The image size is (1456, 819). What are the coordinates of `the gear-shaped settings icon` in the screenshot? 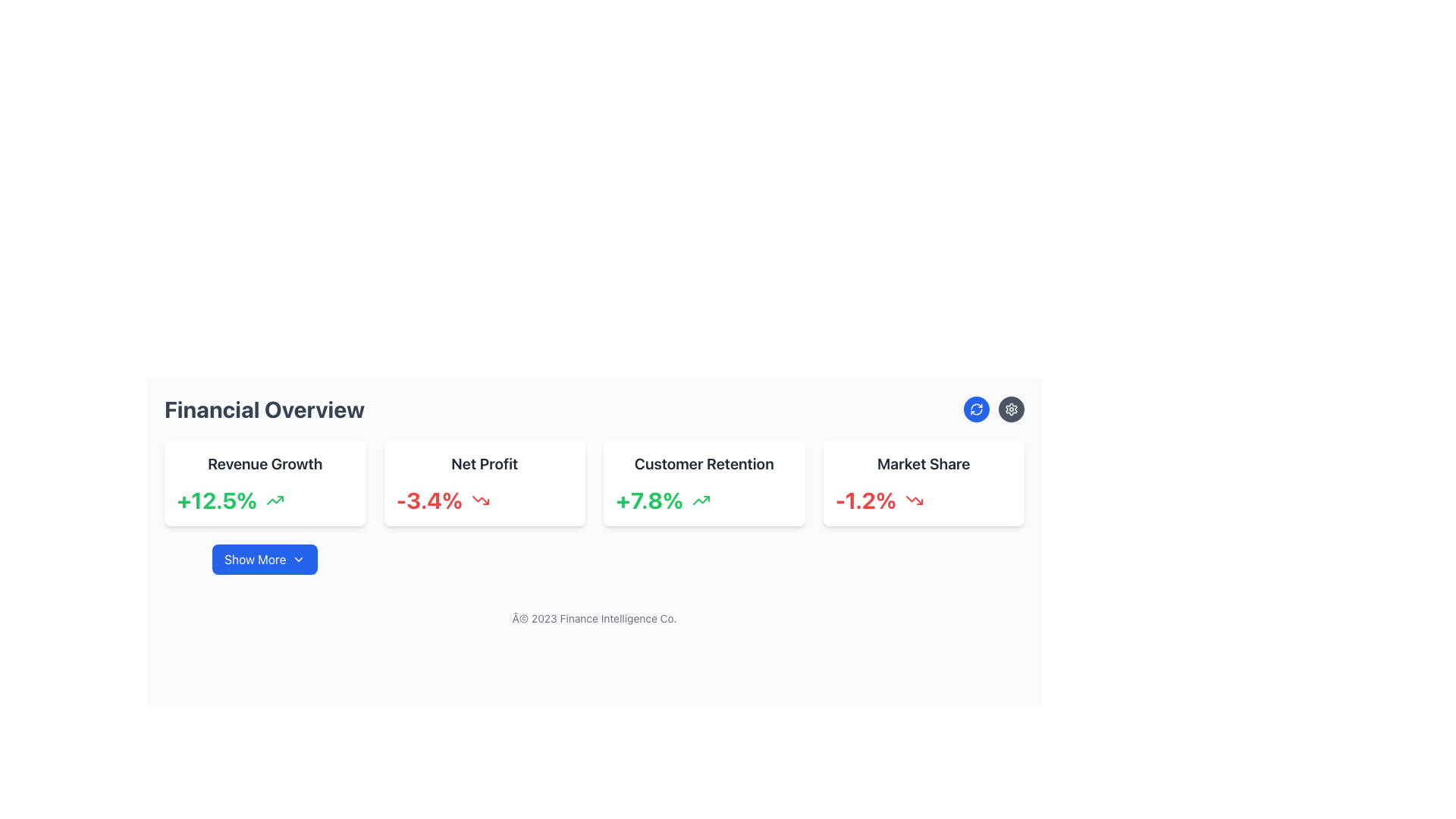 It's located at (1012, 409).